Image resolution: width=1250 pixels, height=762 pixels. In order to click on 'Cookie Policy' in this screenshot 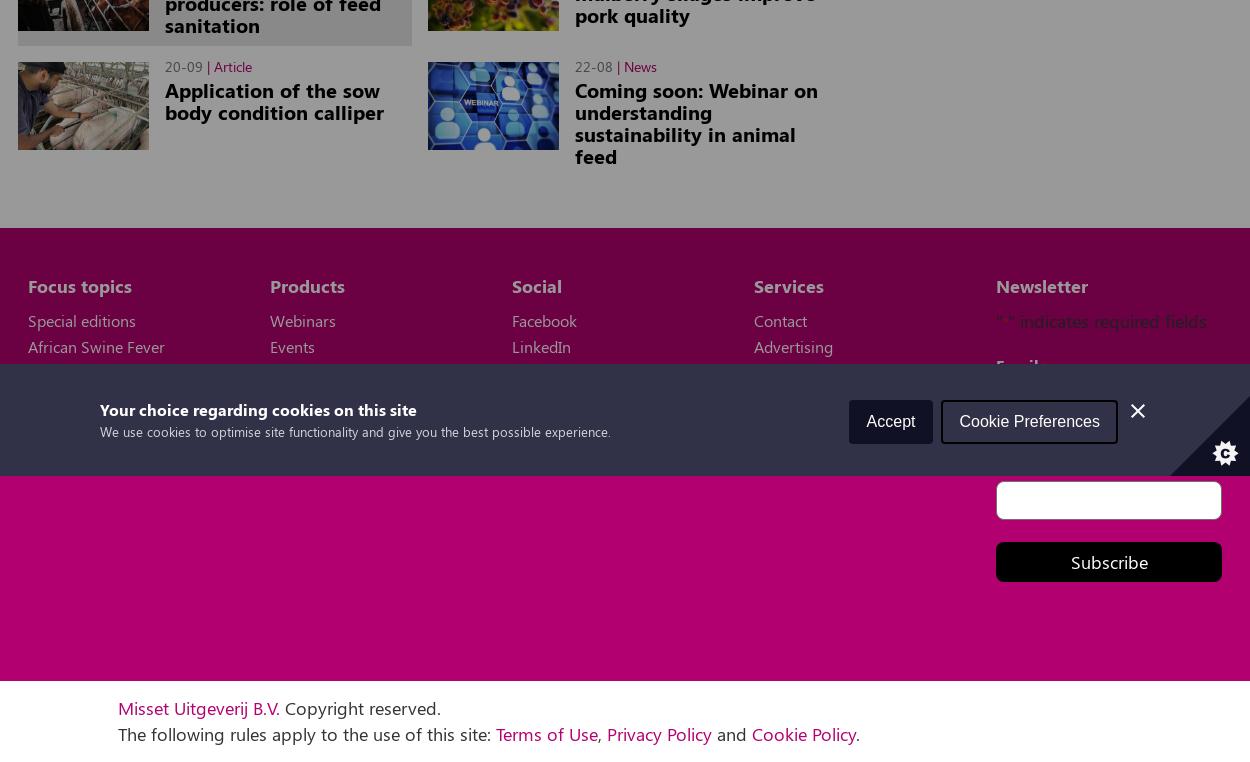, I will do `click(752, 732)`.